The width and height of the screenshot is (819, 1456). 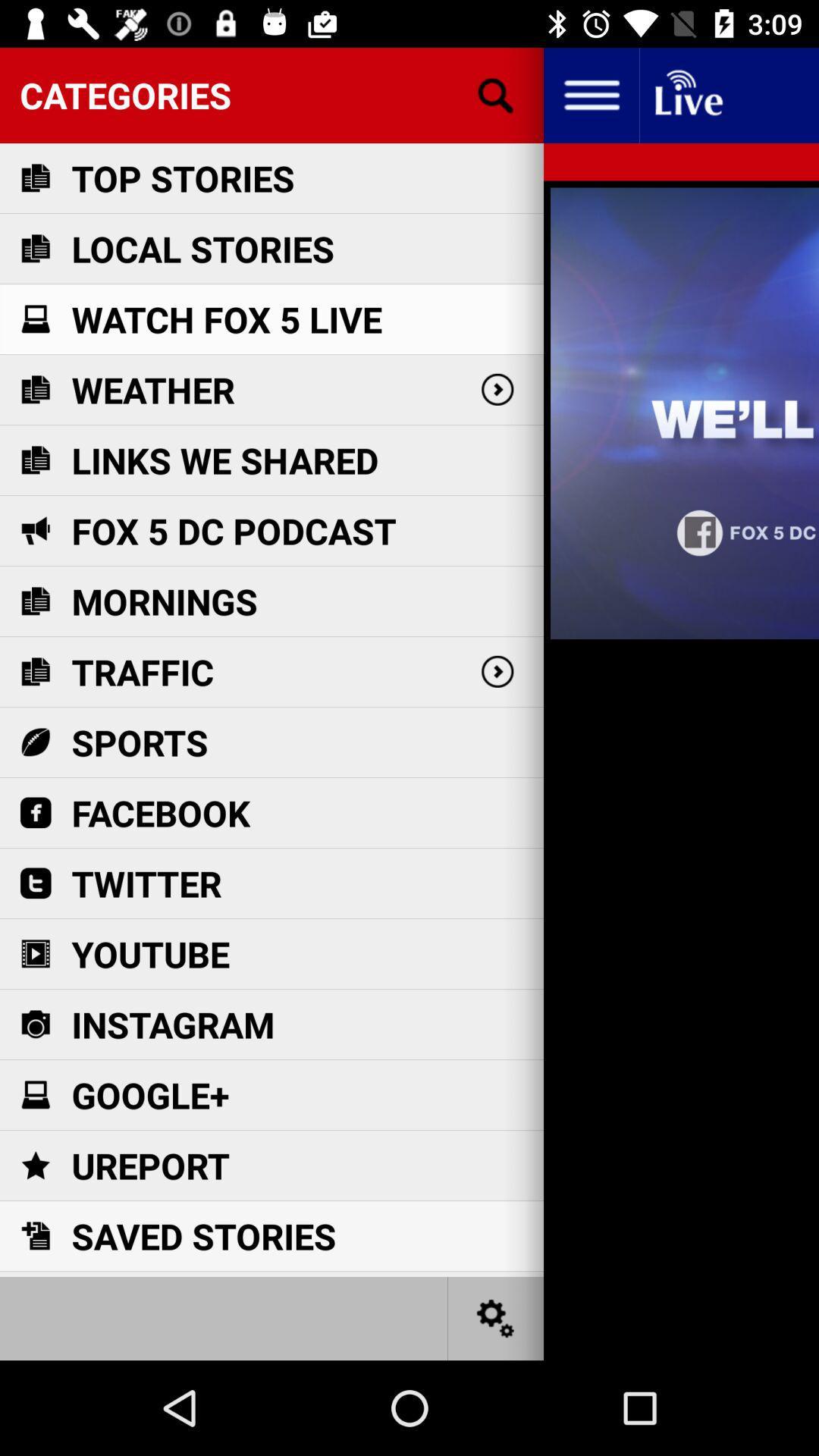 I want to click on twitter, so click(x=146, y=883).